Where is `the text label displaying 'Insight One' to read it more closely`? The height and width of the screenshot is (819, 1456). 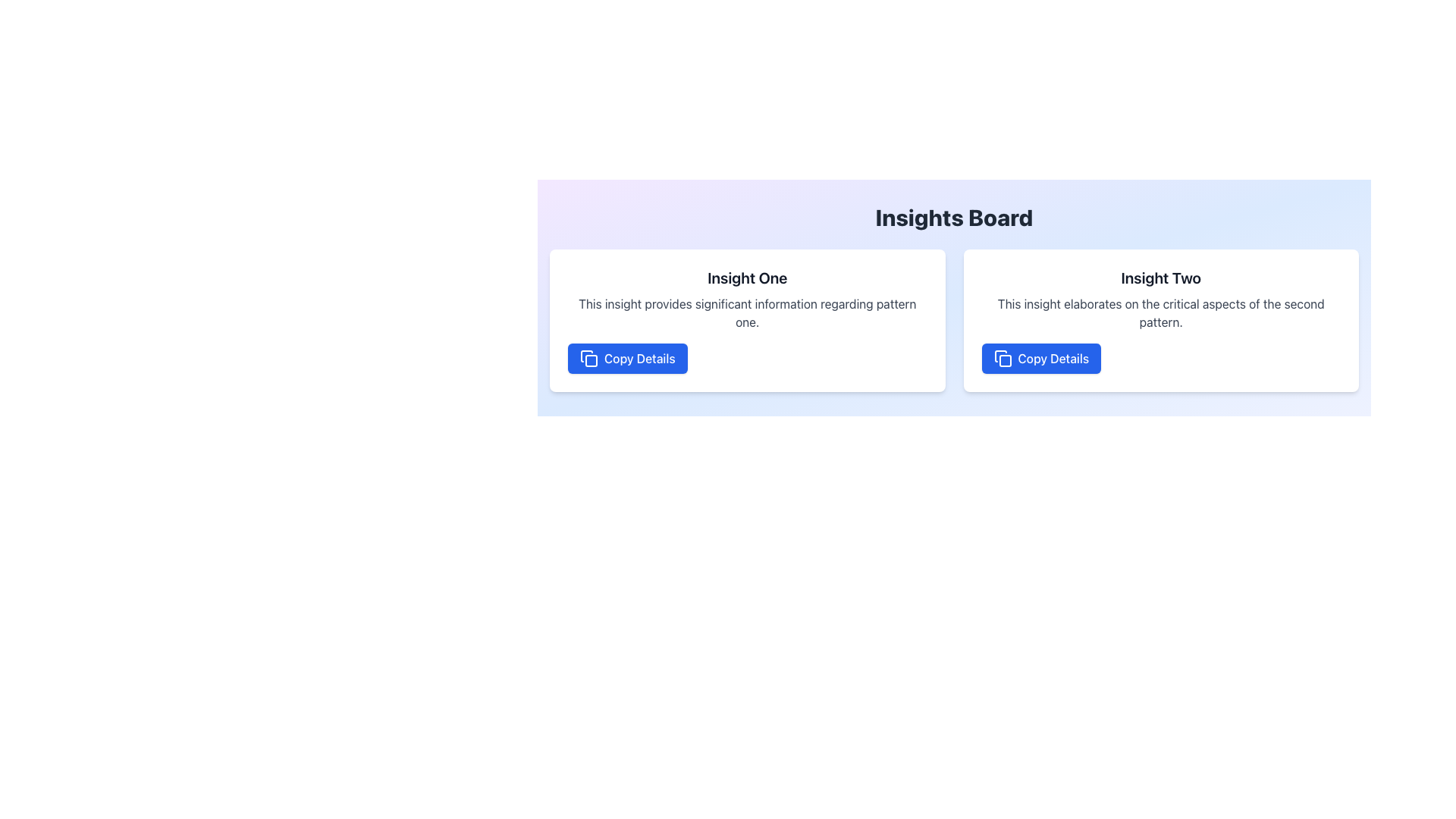
the text label displaying 'Insight One' to read it more closely is located at coordinates (747, 278).